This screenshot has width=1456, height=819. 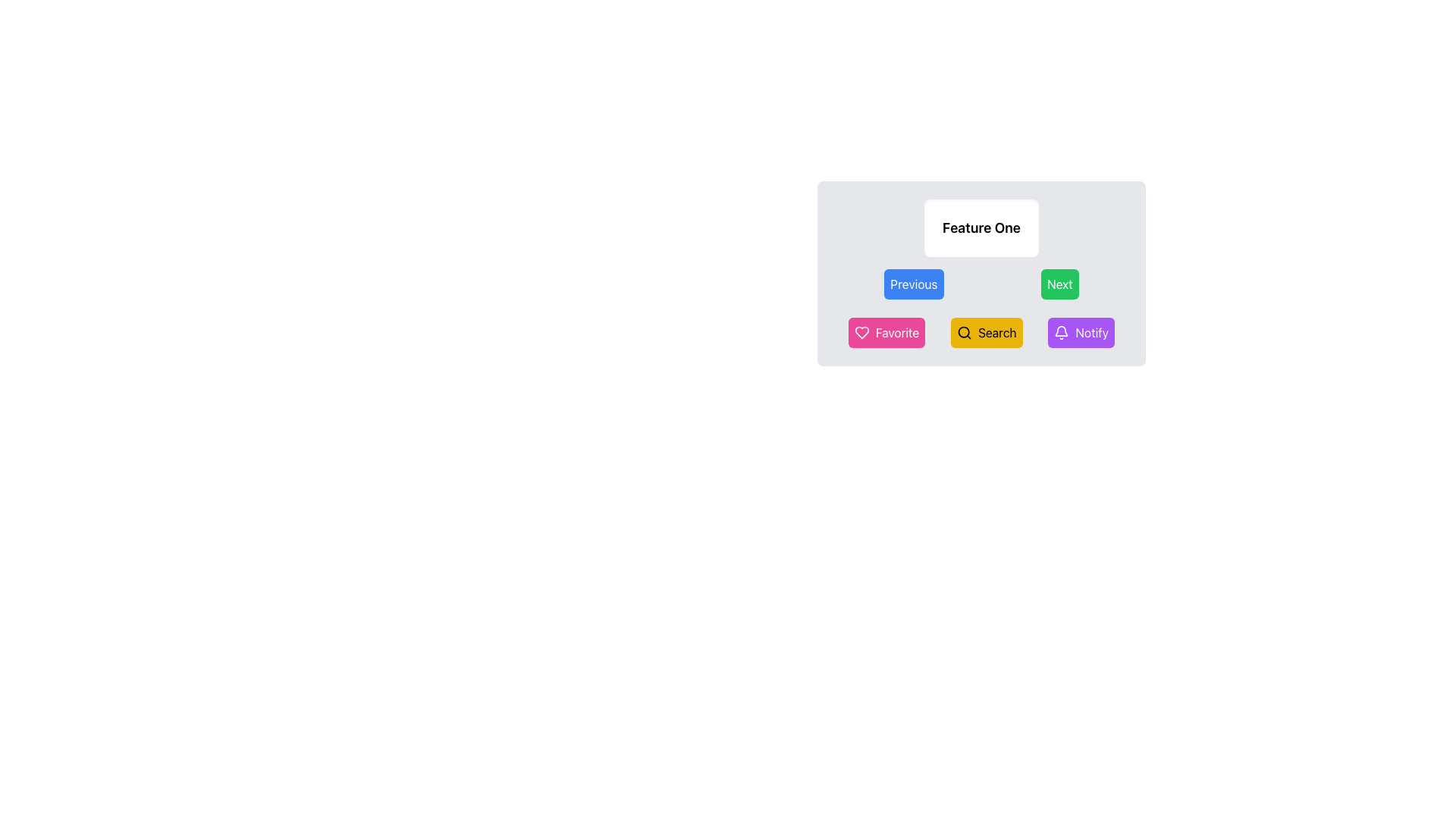 I want to click on inside the panel with a white background and rounded corners to interact with its components, including navigation and action buttons, so click(x=981, y=337).